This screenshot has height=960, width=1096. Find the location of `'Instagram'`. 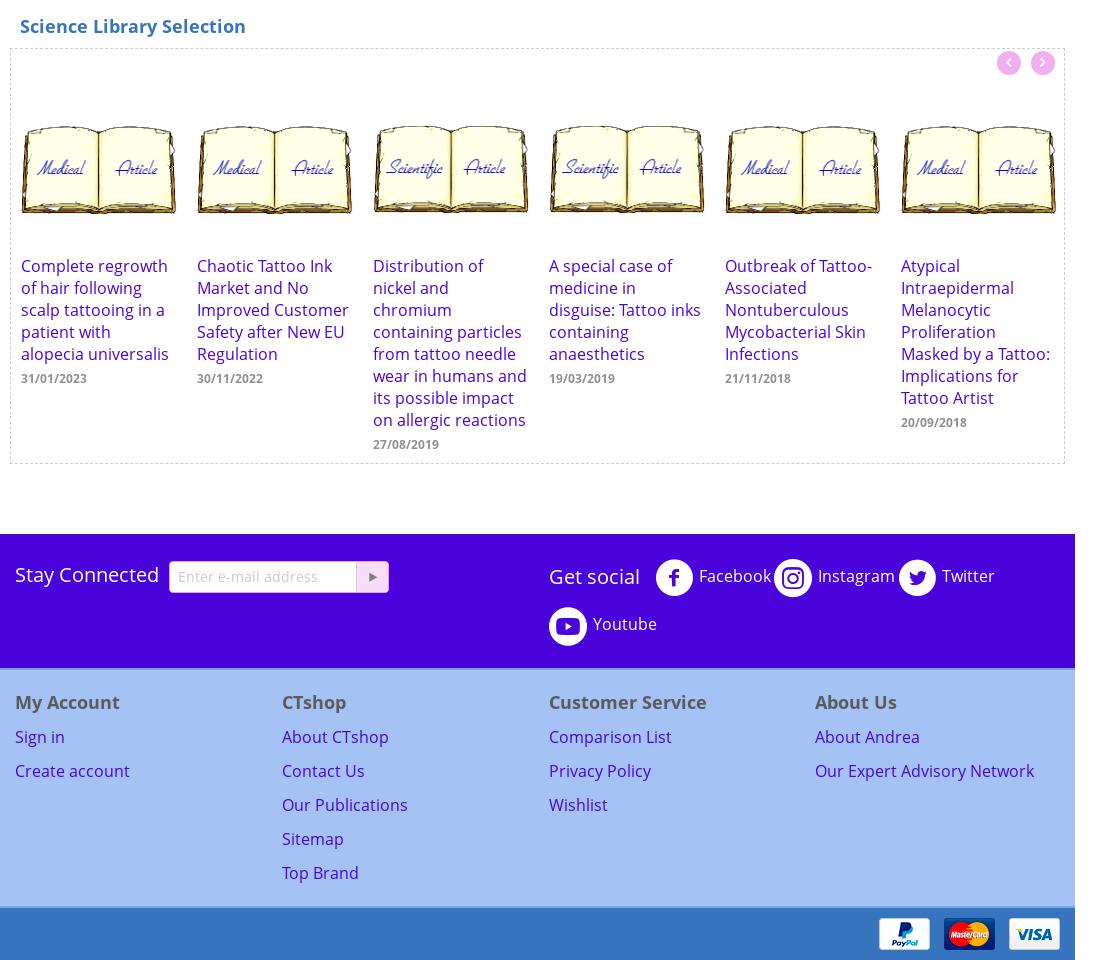

'Instagram' is located at coordinates (854, 576).